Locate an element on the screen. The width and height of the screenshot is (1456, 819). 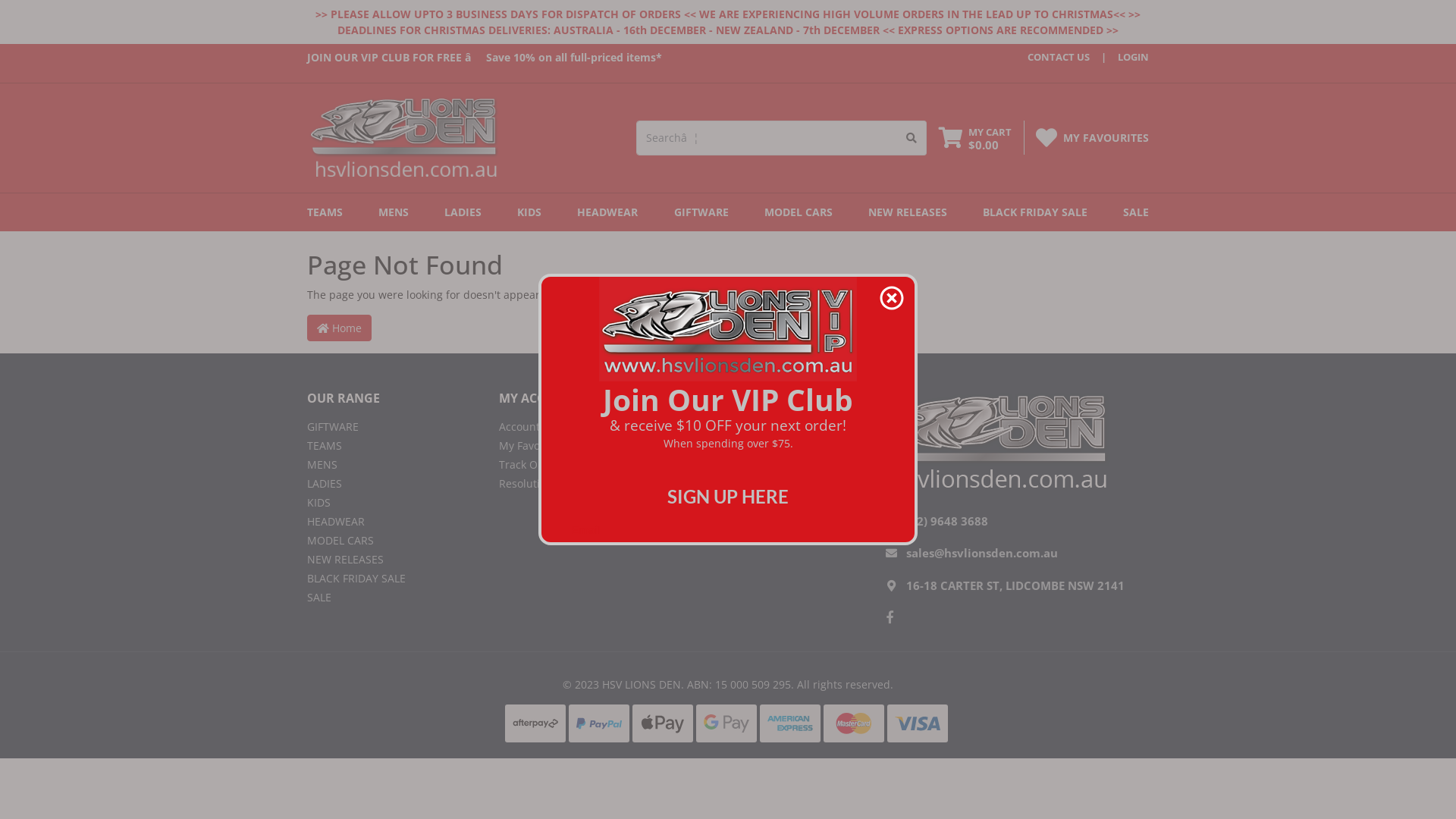
'SALE' is located at coordinates (1117, 212).